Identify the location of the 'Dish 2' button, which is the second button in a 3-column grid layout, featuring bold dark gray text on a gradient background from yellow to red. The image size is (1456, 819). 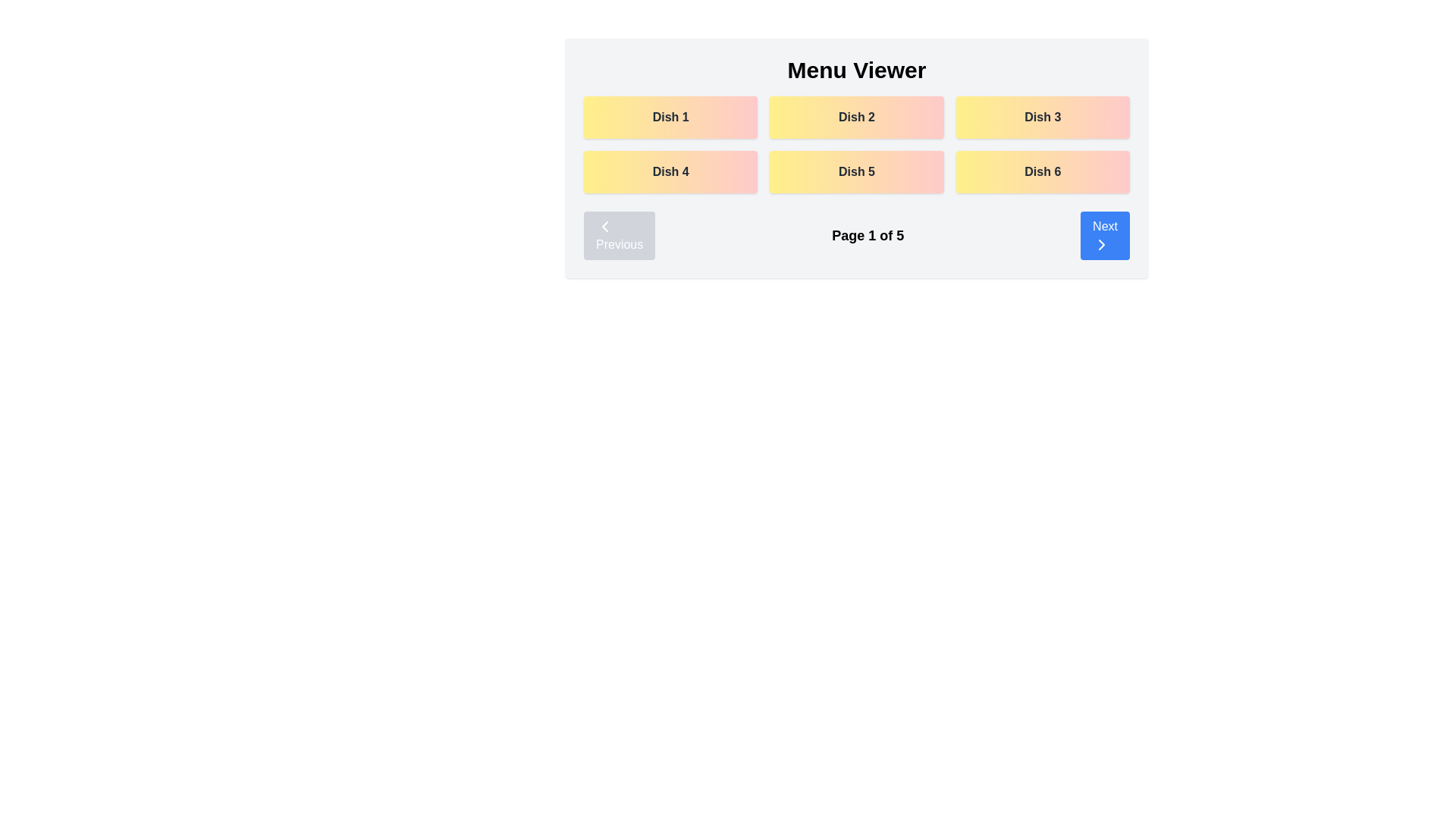
(856, 116).